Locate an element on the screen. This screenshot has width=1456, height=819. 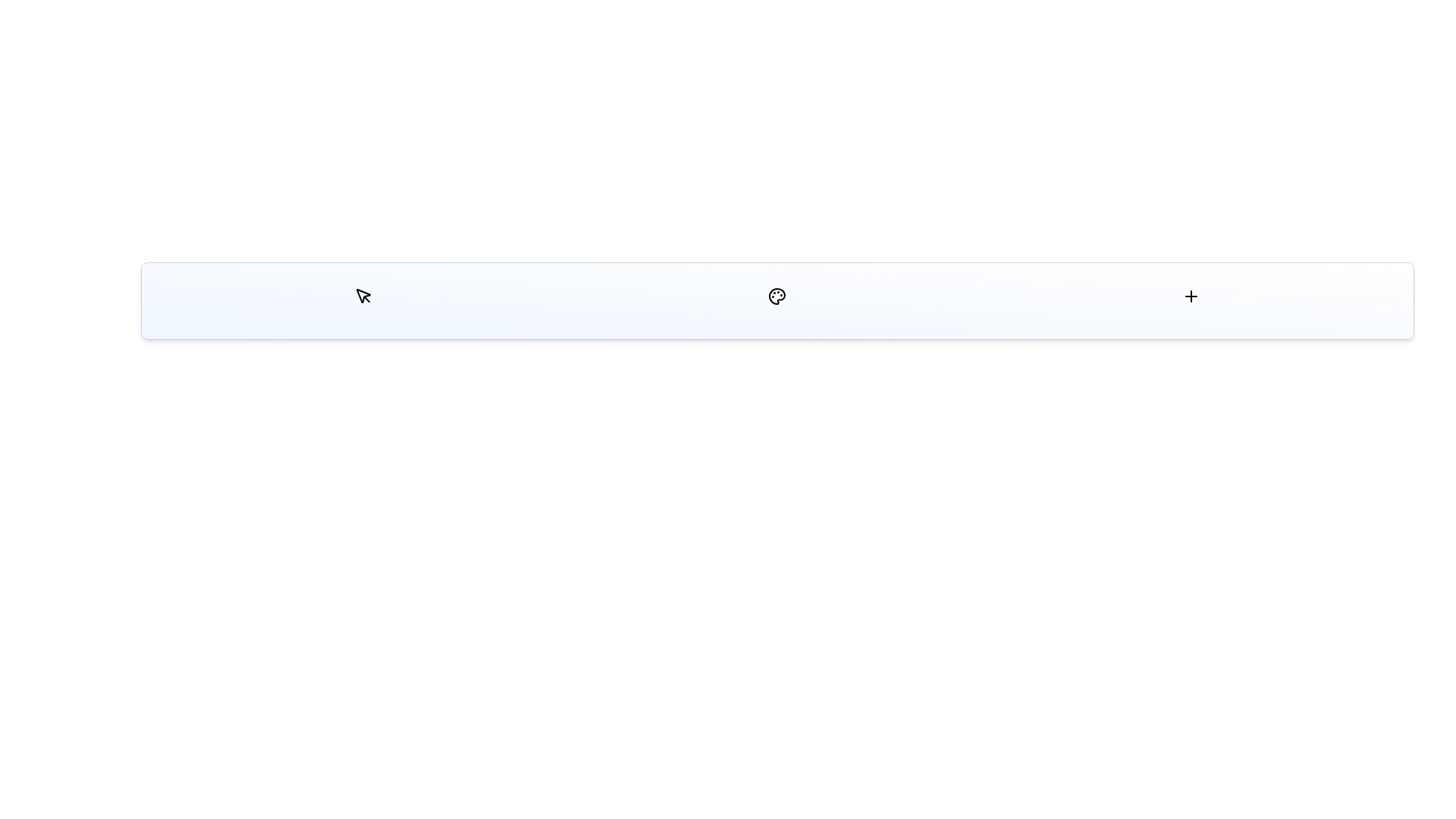
the toggle button with 2 to inspect its tooltip is located at coordinates (1191, 296).